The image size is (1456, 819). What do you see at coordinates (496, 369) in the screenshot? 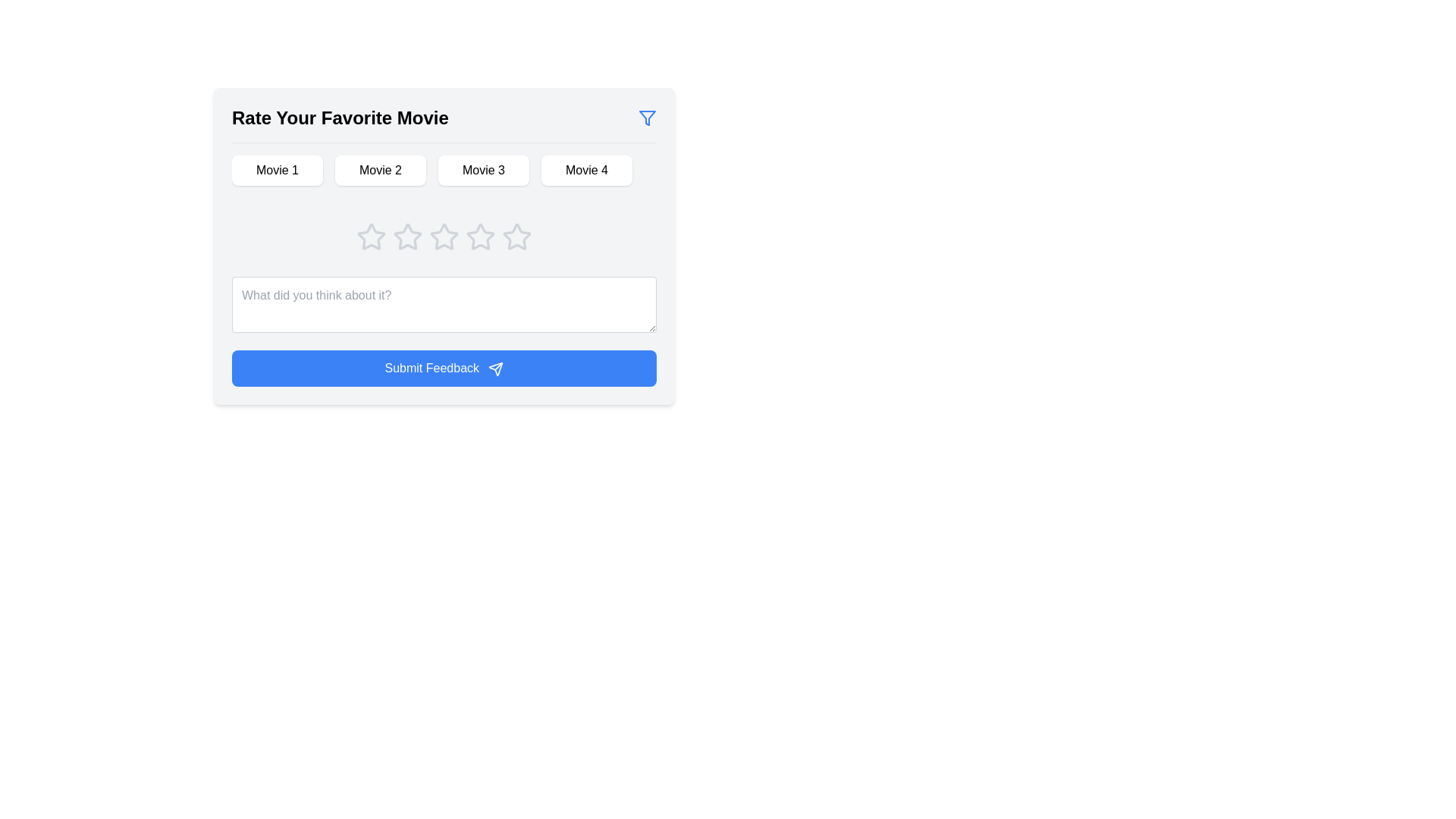
I see `the feedback submission icon located within the 'Submit Feedback' button at the bottom of the form` at bounding box center [496, 369].